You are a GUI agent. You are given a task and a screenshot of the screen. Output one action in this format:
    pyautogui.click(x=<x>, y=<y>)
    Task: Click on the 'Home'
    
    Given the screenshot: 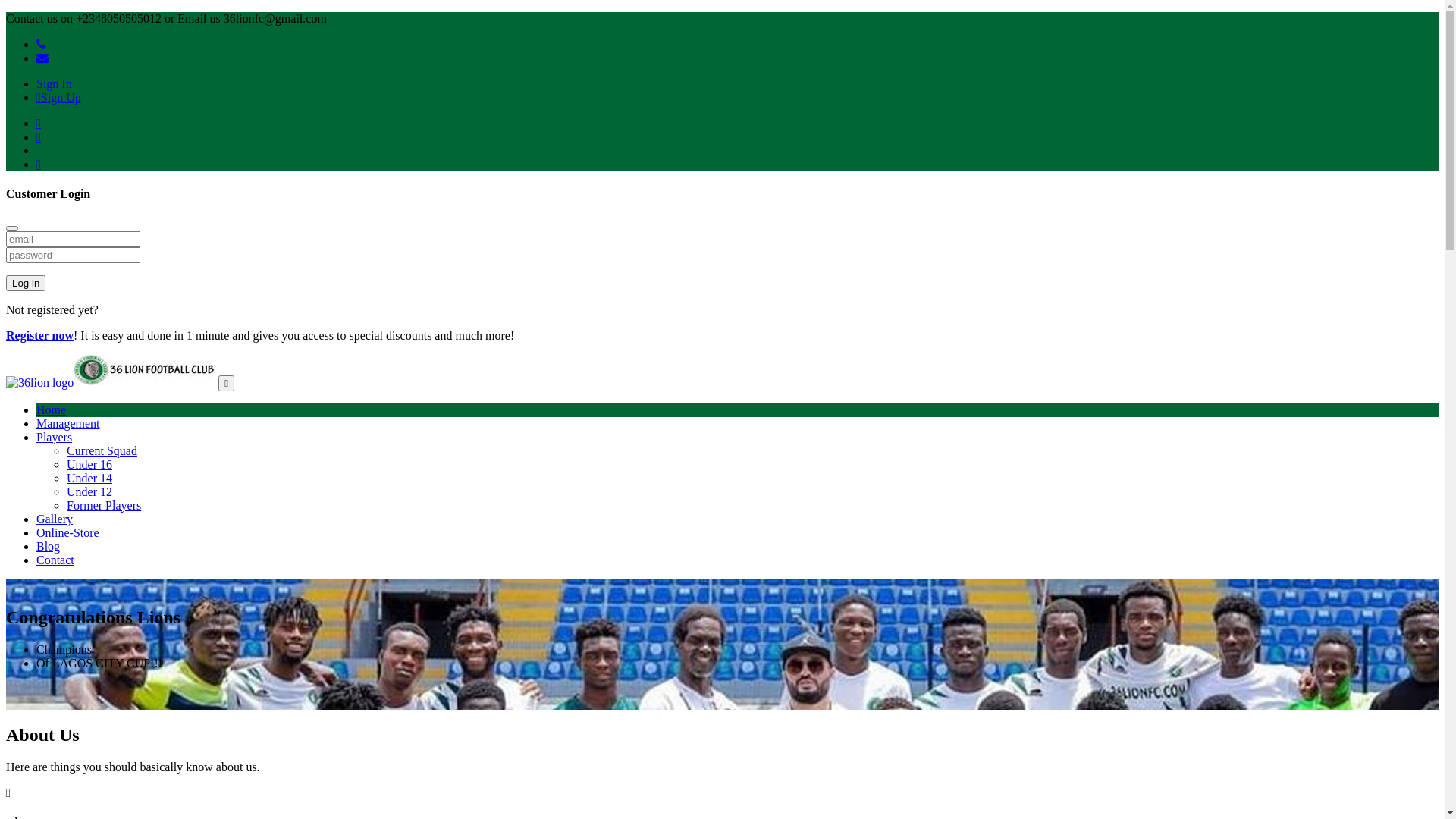 What is the action you would take?
    pyautogui.click(x=51, y=409)
    